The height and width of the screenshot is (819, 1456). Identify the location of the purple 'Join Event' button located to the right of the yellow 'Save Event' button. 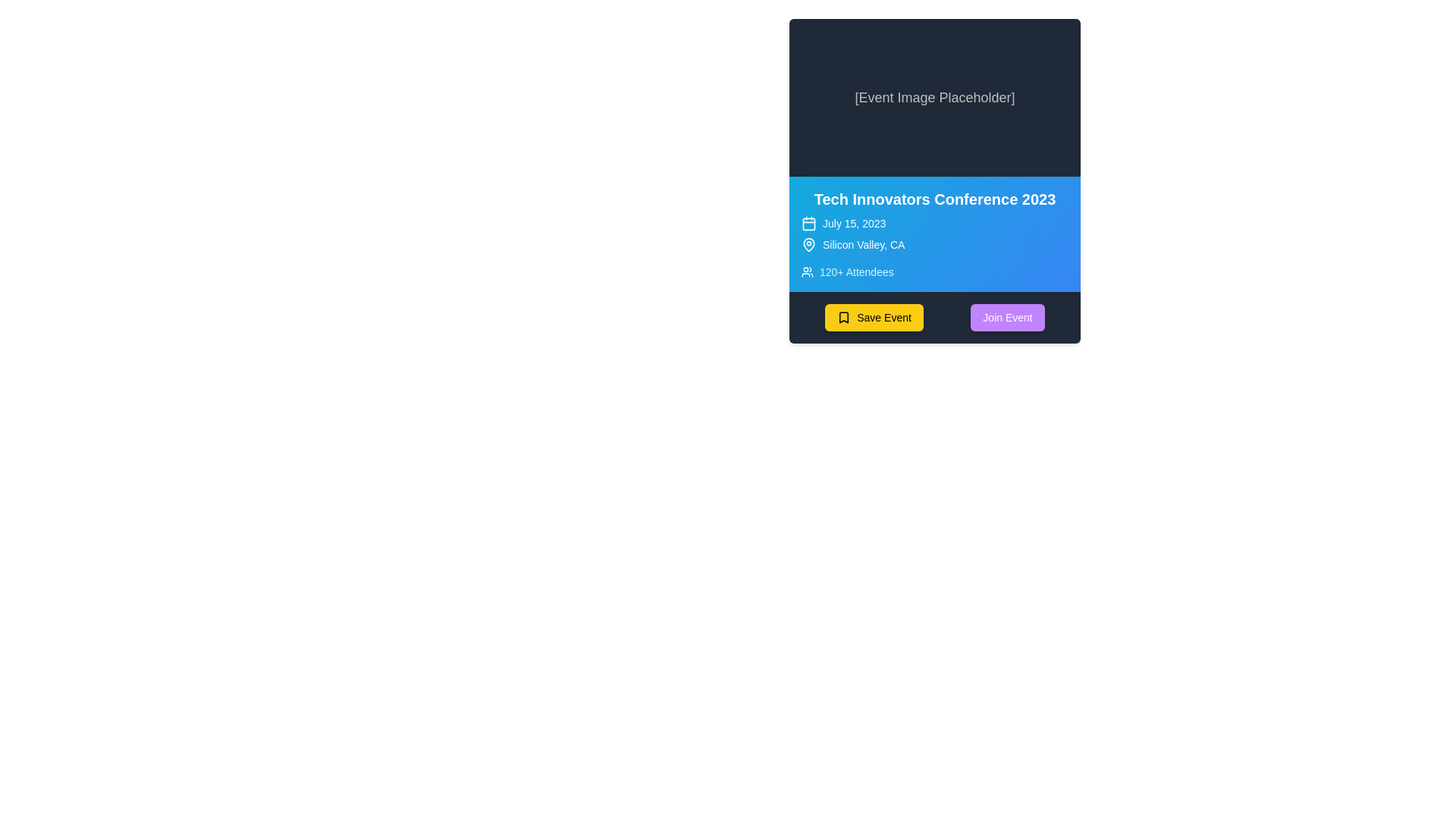
(1008, 317).